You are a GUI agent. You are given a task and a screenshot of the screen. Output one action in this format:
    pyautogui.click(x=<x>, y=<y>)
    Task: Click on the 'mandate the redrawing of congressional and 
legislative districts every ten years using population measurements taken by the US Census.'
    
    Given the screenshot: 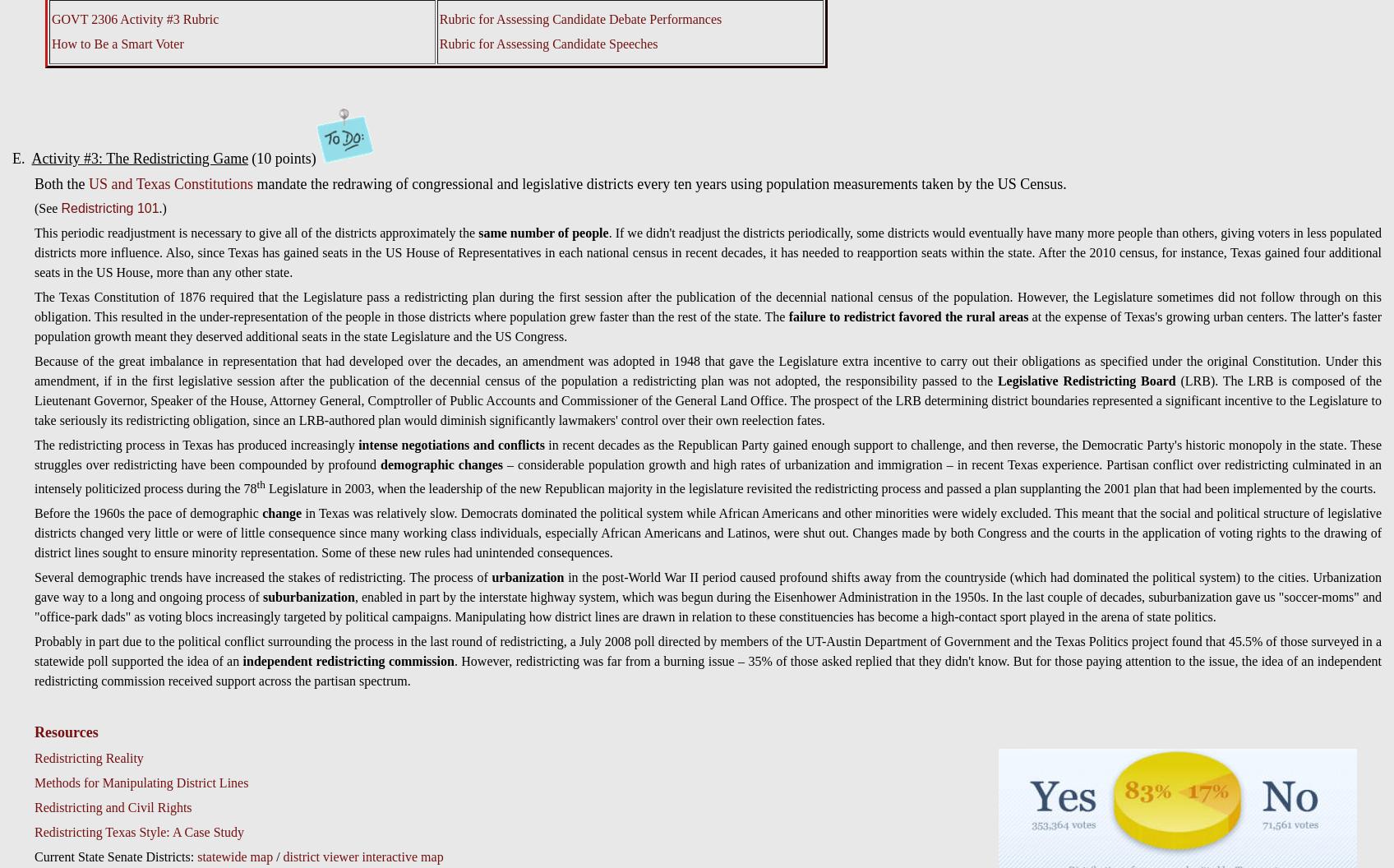 What is the action you would take?
    pyautogui.click(x=658, y=182)
    